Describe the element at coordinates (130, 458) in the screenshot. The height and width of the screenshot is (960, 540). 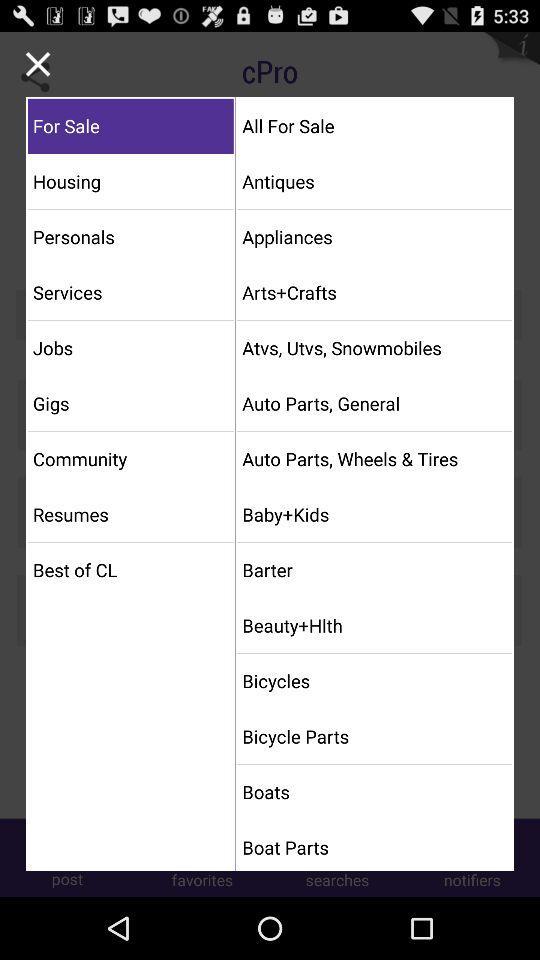
I see `app above resumes icon` at that location.